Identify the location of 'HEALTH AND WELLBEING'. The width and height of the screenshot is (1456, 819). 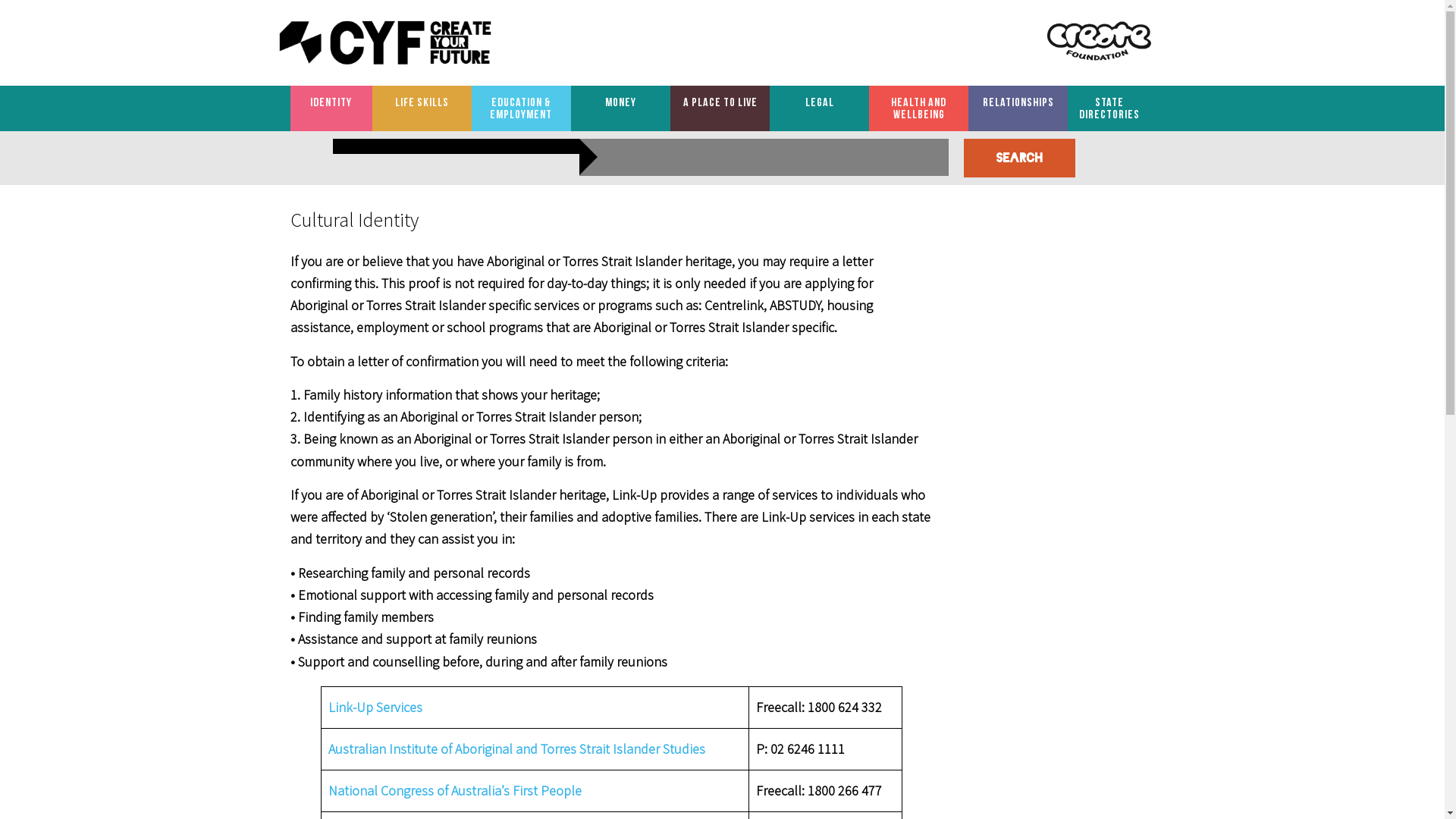
(869, 108).